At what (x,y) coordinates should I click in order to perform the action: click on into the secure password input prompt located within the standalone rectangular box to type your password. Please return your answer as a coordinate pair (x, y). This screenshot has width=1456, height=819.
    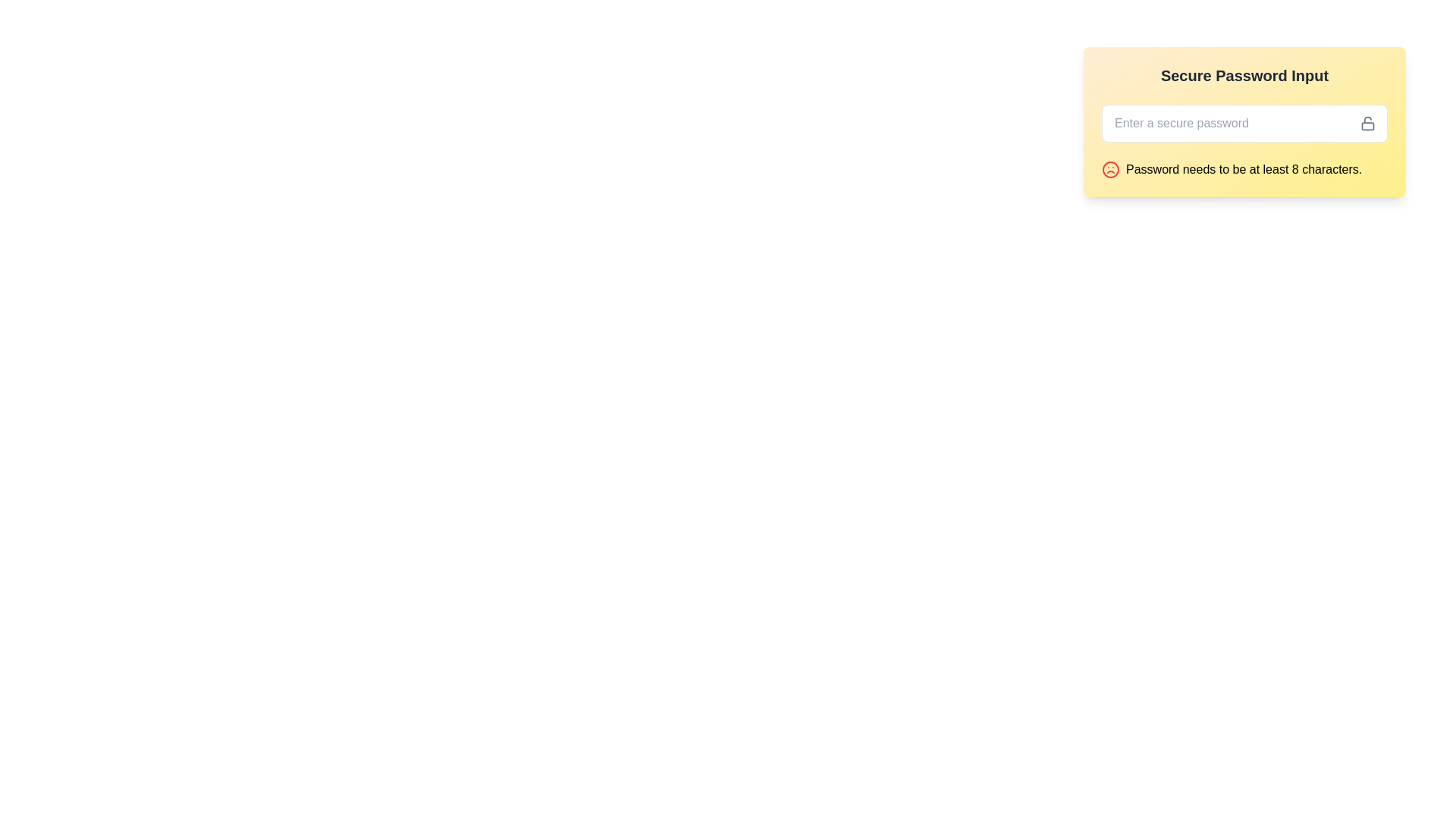
    Looking at the image, I should click on (1244, 121).